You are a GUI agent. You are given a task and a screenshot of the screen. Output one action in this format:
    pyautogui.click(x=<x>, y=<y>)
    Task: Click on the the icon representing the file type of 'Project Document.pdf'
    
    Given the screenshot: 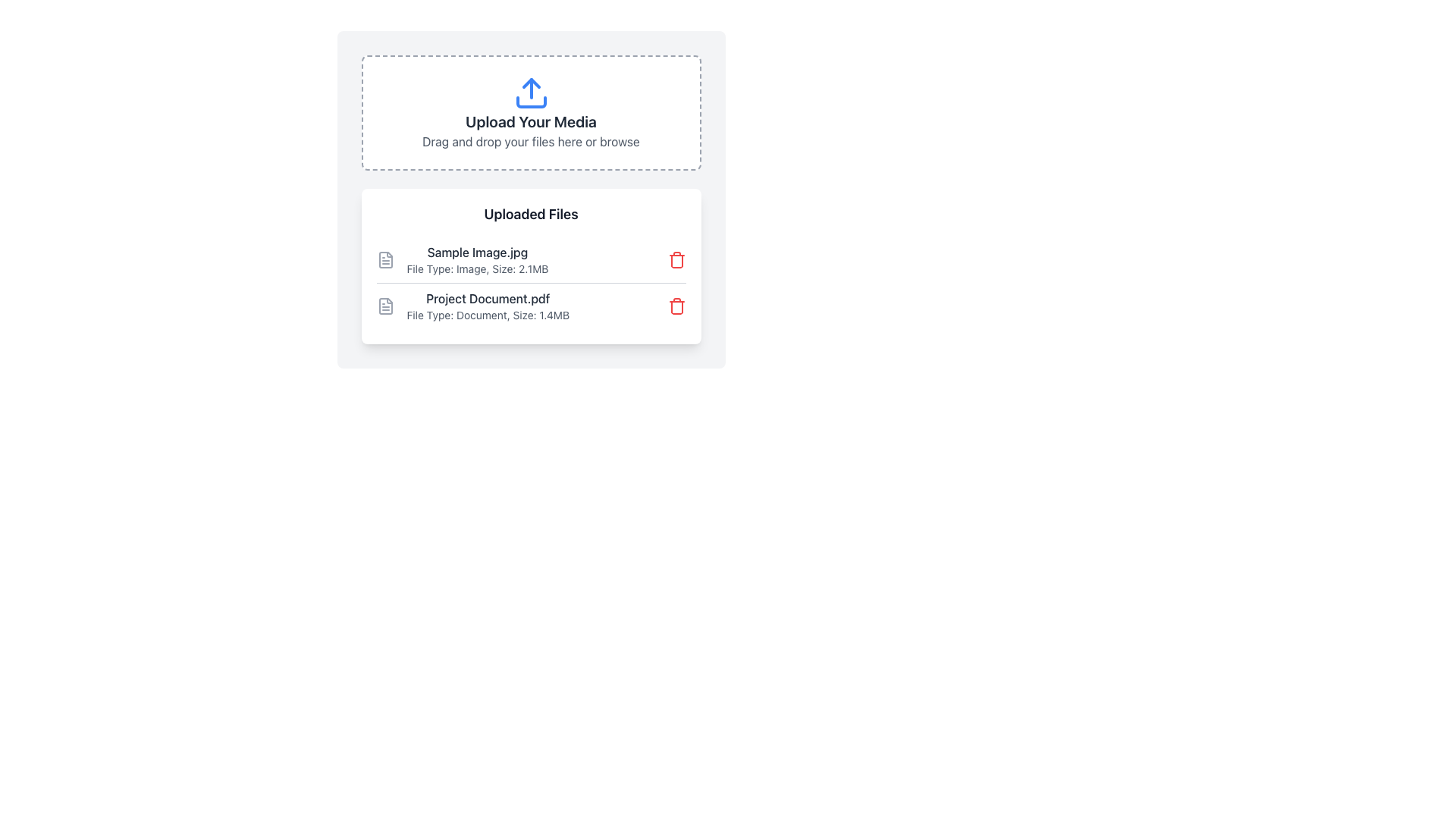 What is the action you would take?
    pyautogui.click(x=385, y=306)
    